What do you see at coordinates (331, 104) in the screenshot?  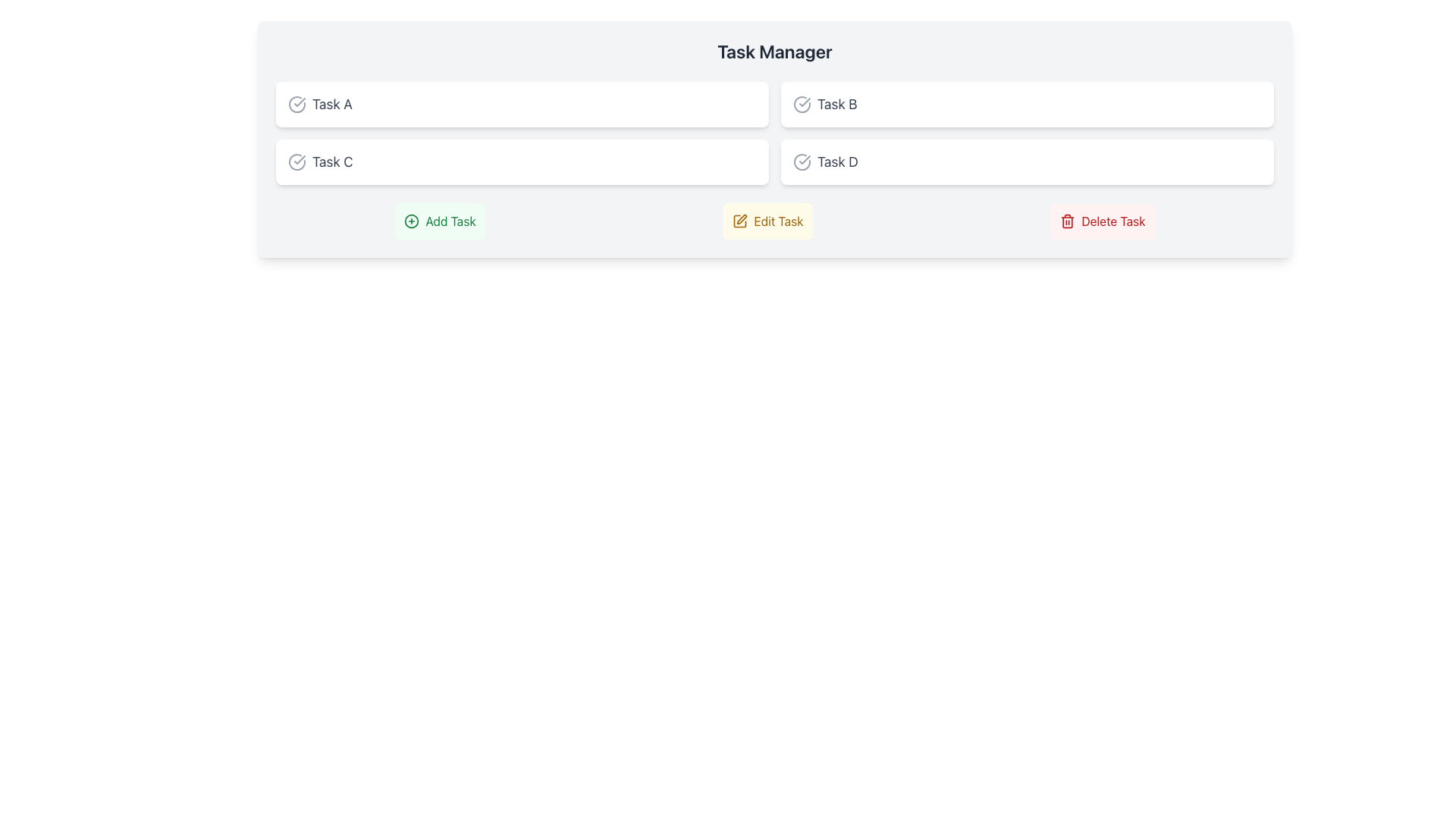 I see `on the text label displaying 'Task A' located in the first task card in the task list, immediately following a checkmark icon` at bounding box center [331, 104].